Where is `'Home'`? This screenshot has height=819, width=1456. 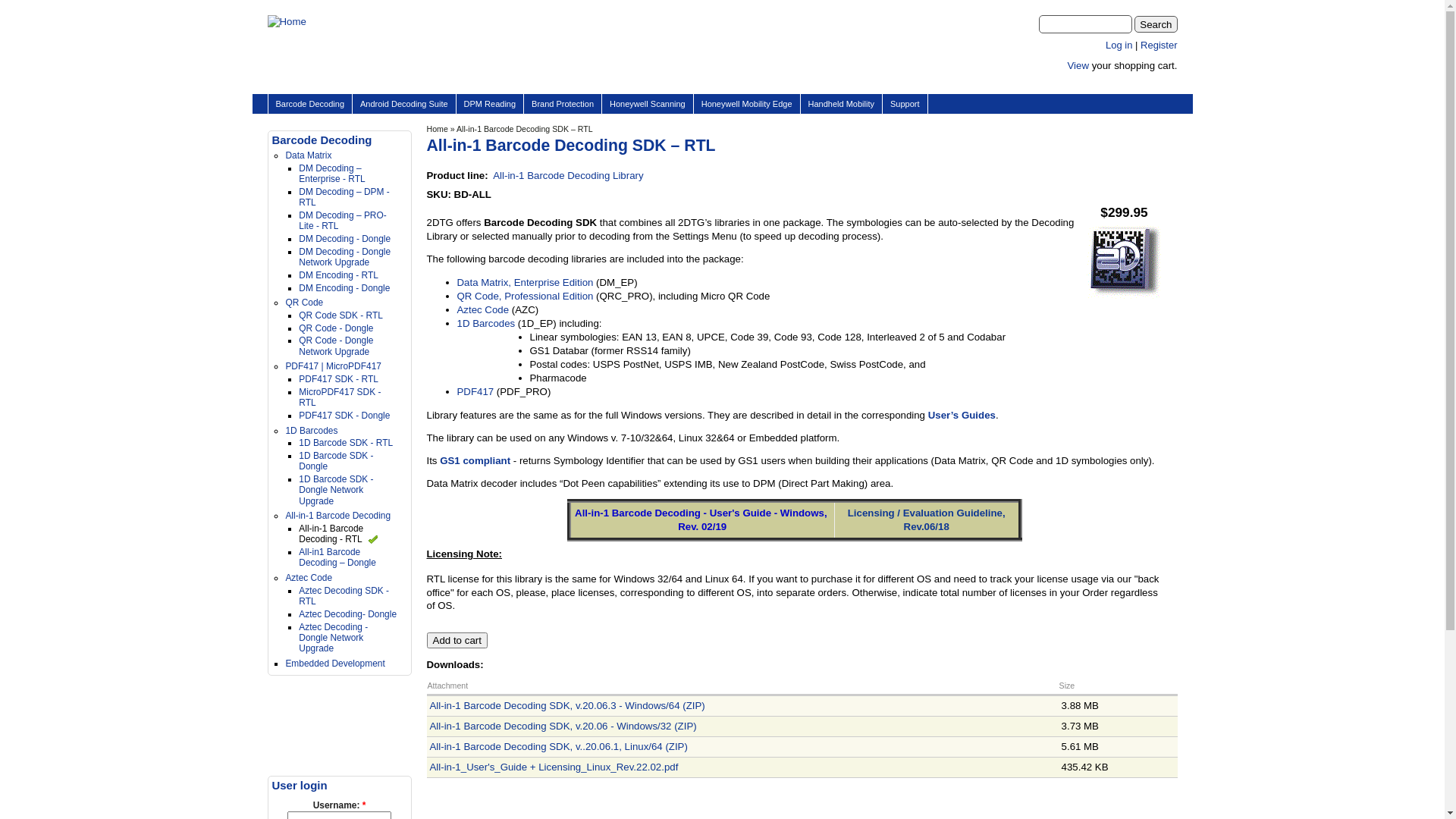 'Home' is located at coordinates (251, 21).